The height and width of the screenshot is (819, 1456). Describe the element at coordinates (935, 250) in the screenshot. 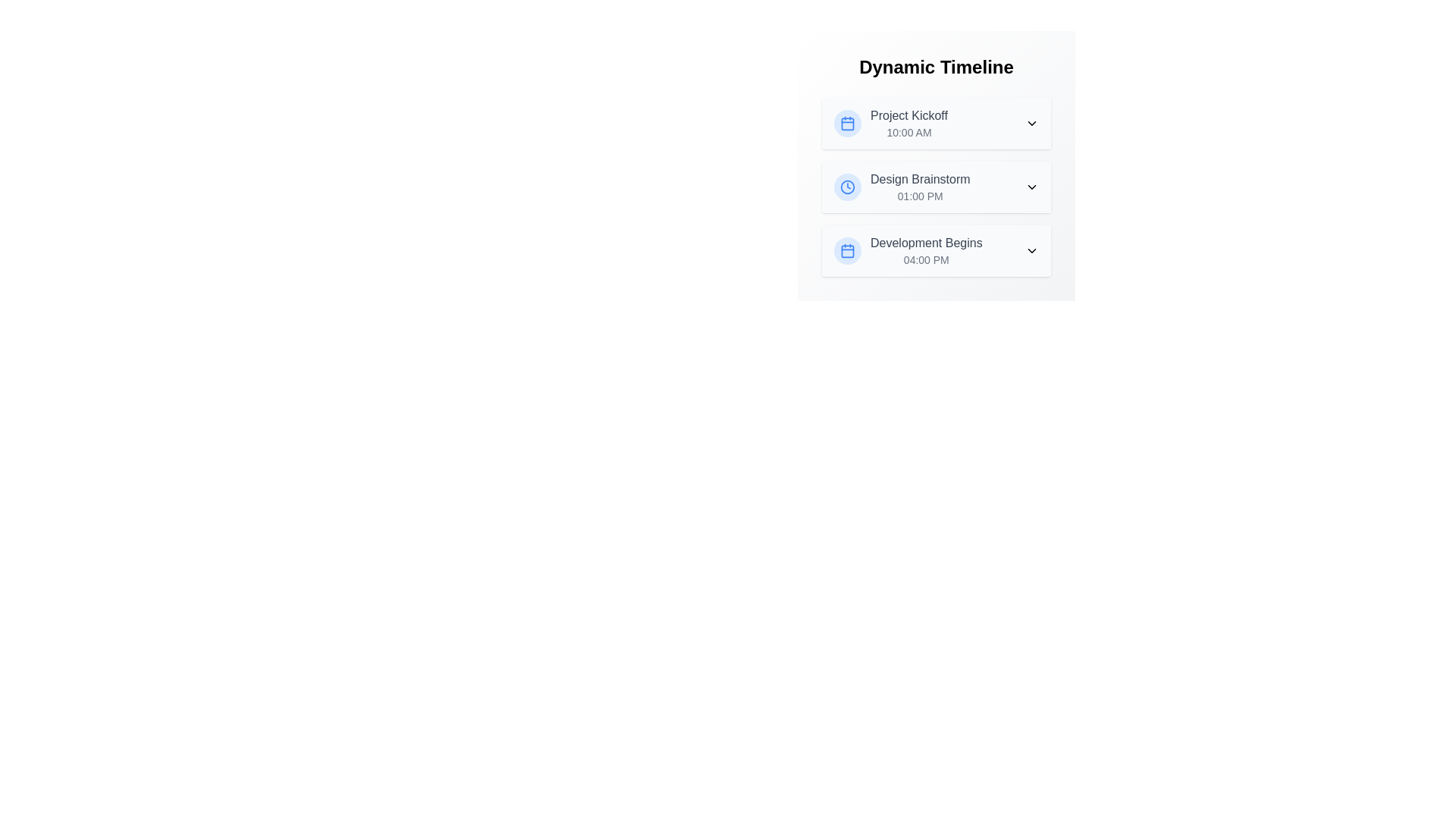

I see `text of the List item displaying the calendar-related icon and the event details 'Development Begins' followed by the time '04:00 PM', positioned as the third card in the timeline` at that location.